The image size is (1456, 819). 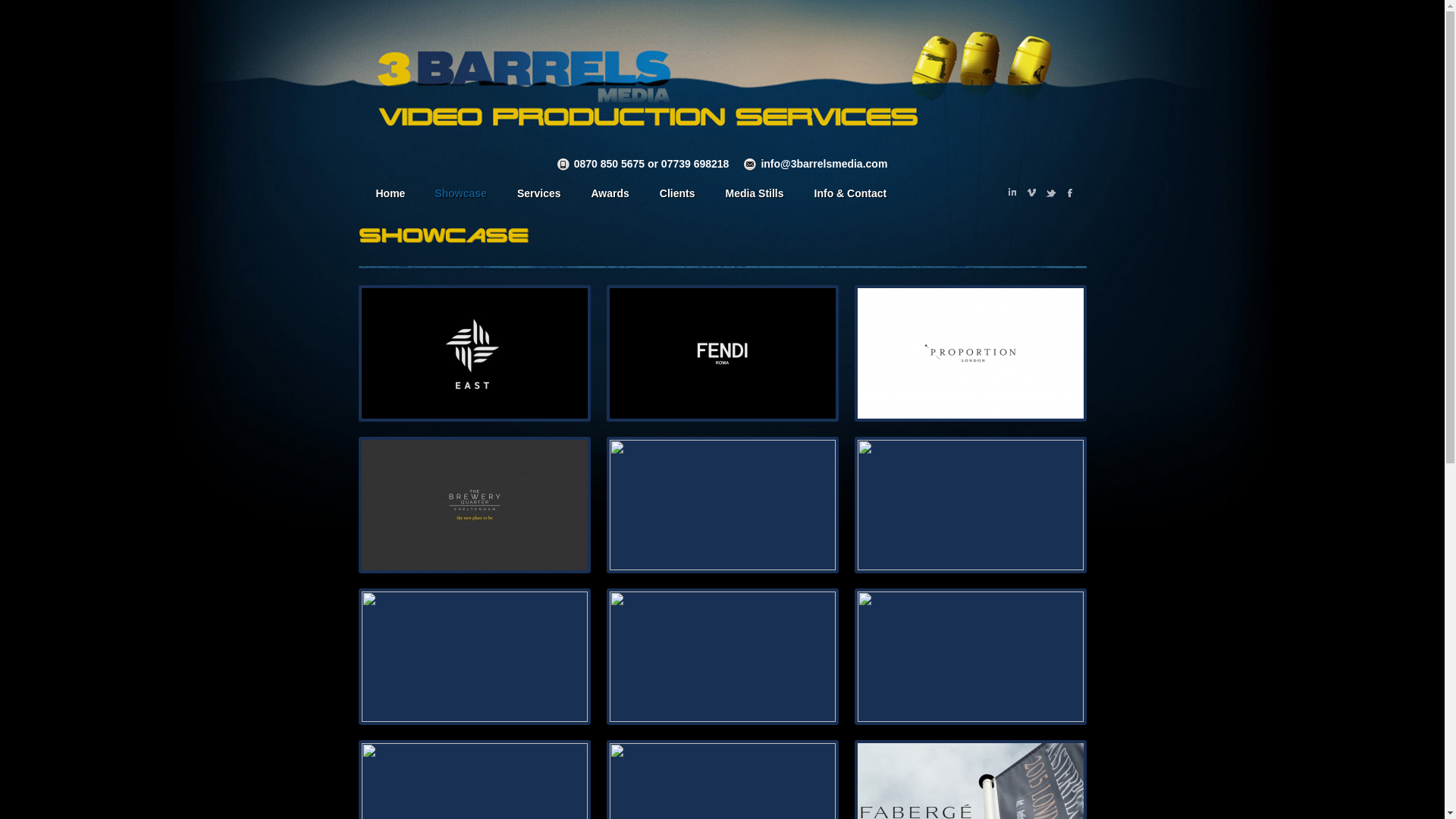 I want to click on 'Harrods Christmas Windows 2015', so click(x=971, y=656).